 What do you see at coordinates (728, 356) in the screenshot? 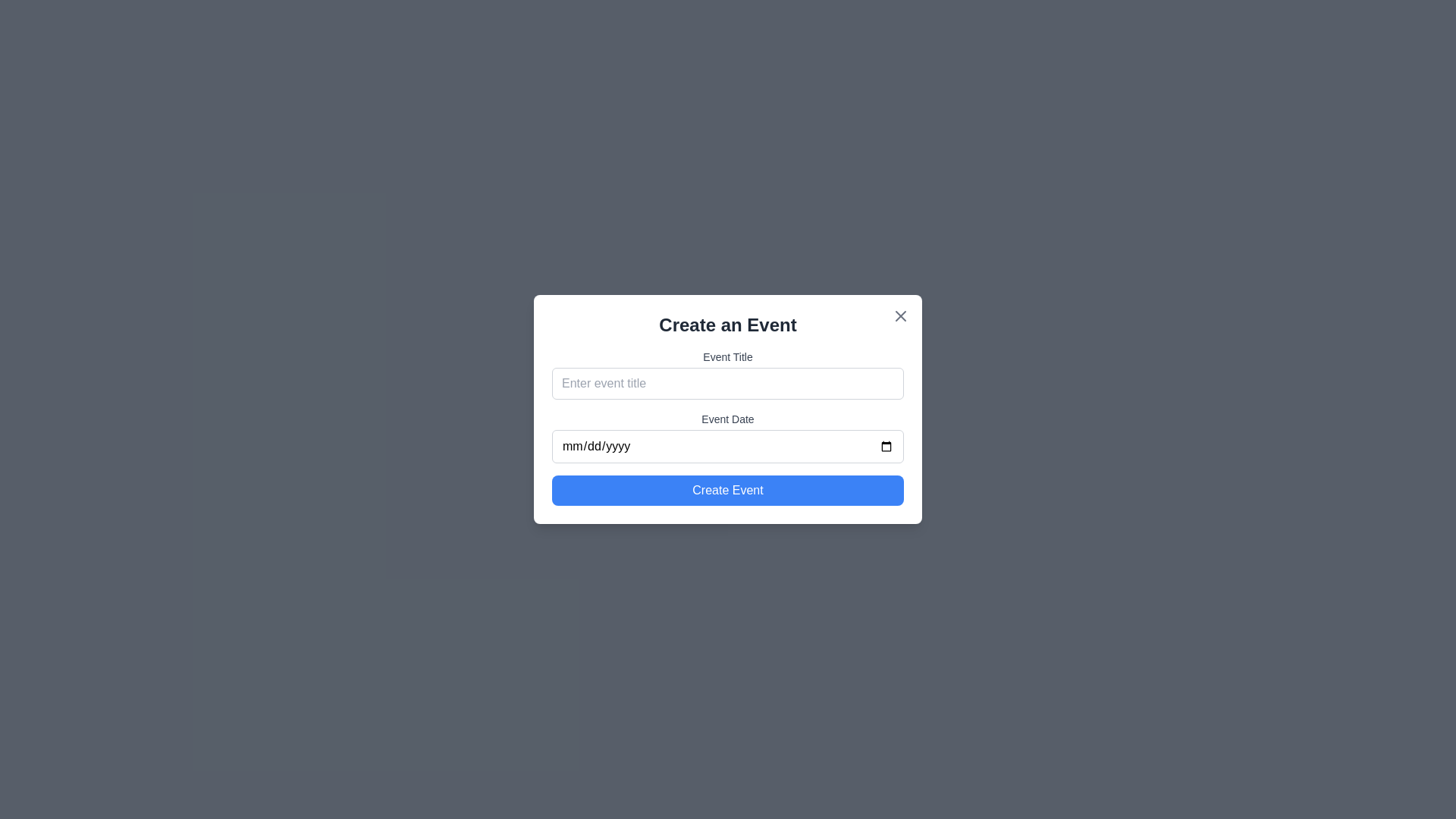
I see `the label indicating 'Enter event title' for the input field beneath it in the 'Create an Event' form interface` at bounding box center [728, 356].